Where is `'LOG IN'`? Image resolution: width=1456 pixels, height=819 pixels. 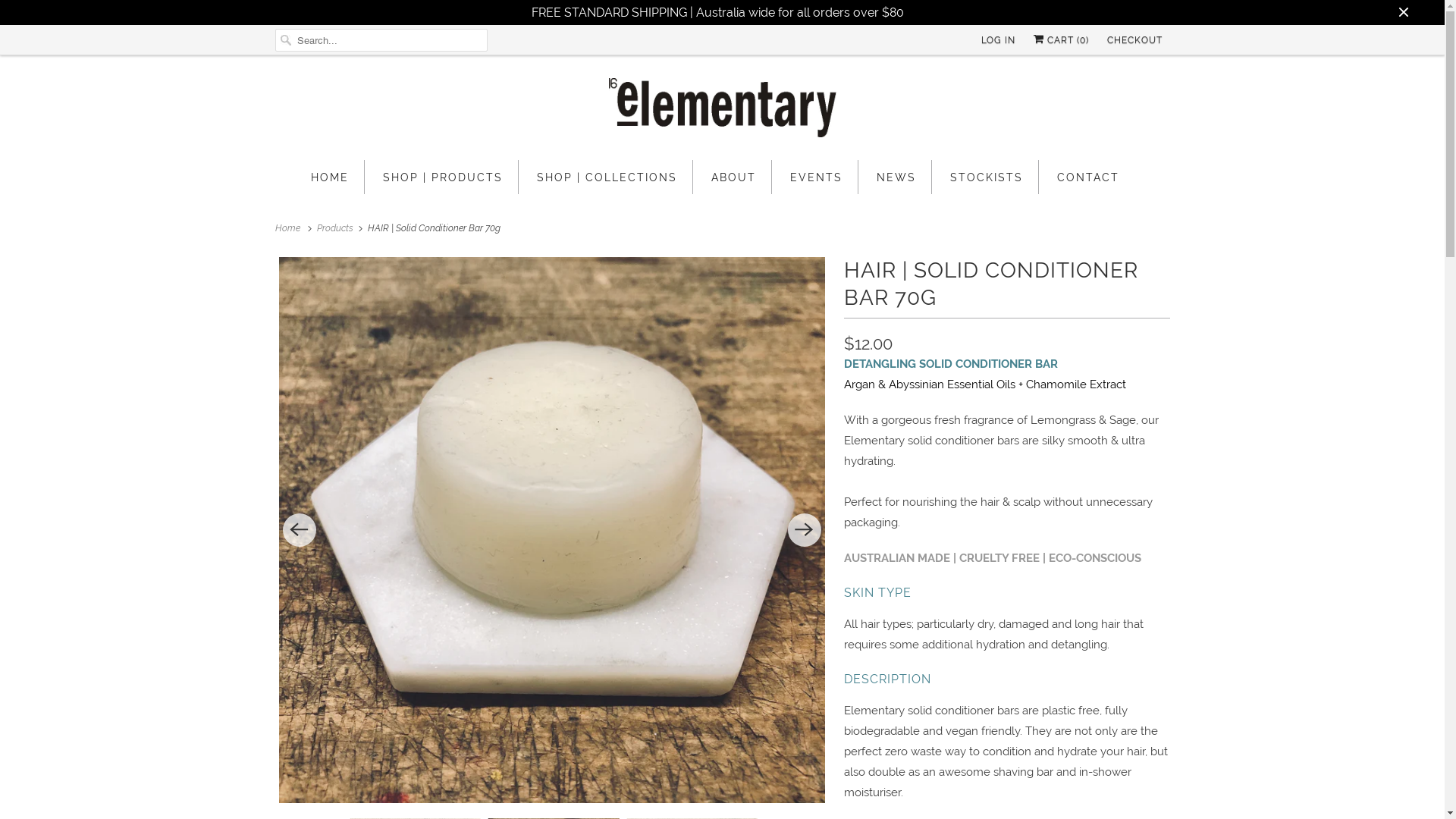
'LOG IN' is located at coordinates (998, 39).